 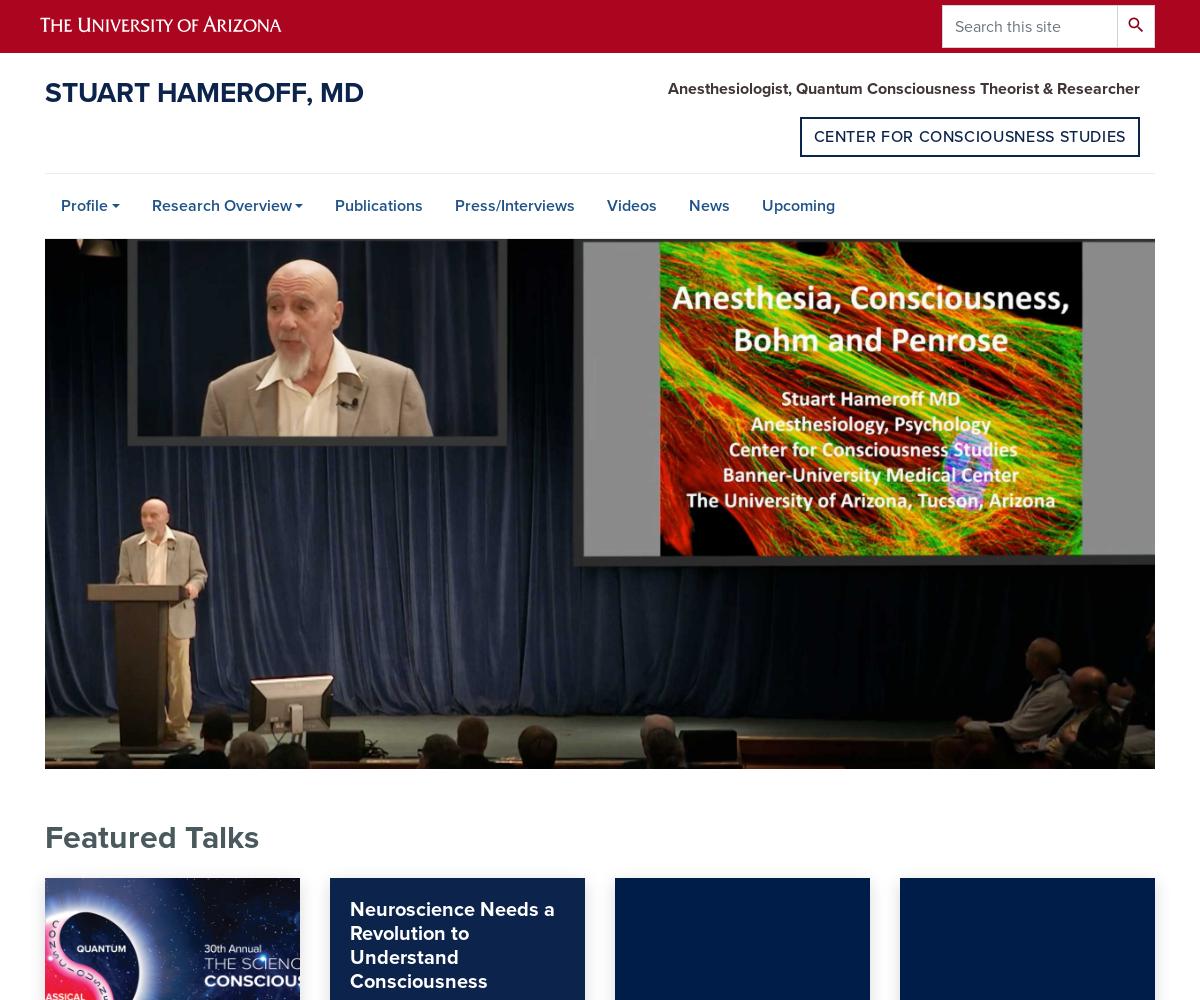 What do you see at coordinates (451, 945) in the screenshot?
I see `'Neuroscience Needs a Revolution to Understand Consciousness'` at bounding box center [451, 945].